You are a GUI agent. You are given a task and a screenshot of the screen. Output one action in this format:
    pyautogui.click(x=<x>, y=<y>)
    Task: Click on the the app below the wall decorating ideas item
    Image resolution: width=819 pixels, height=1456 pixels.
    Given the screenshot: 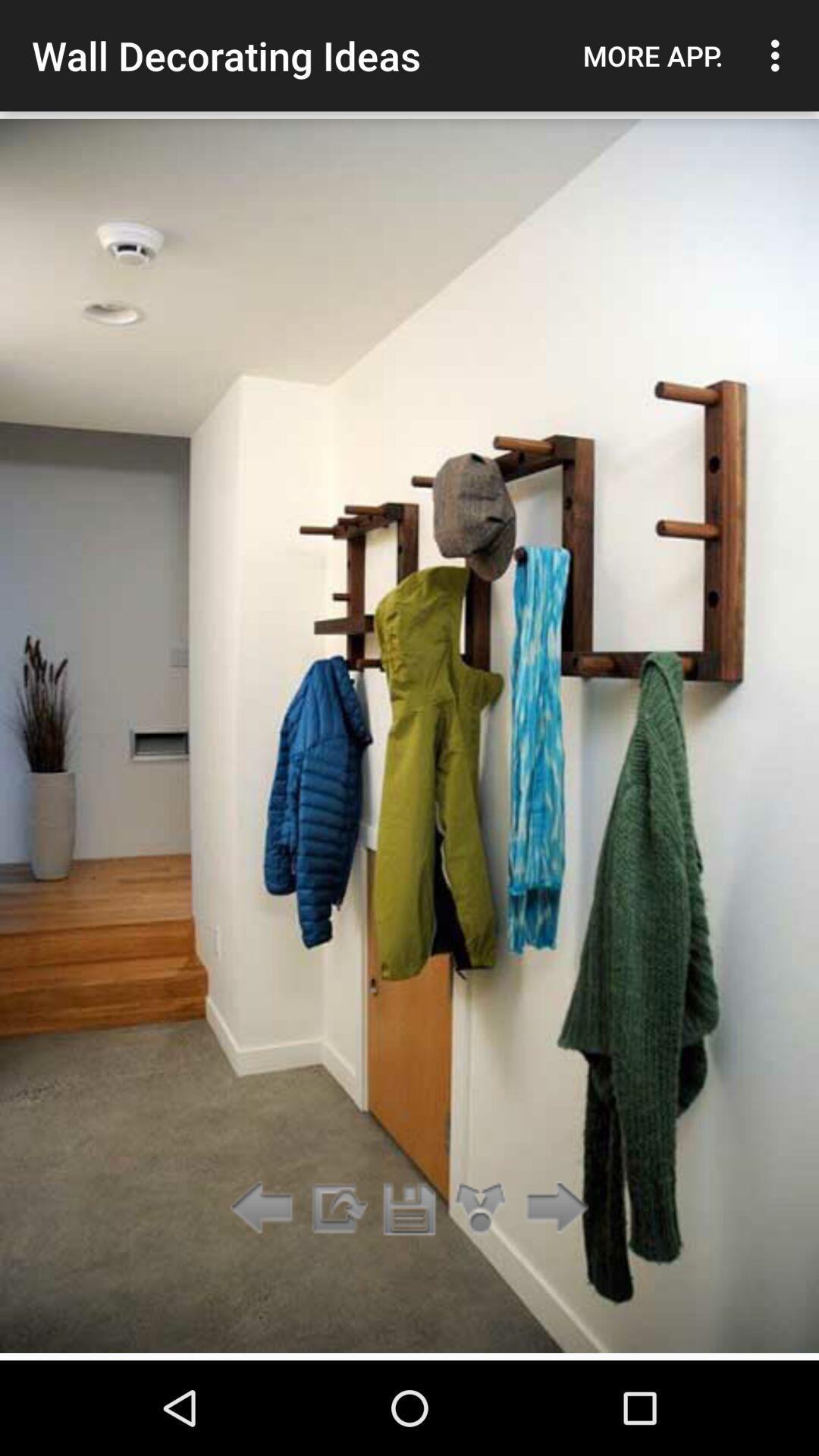 What is the action you would take?
    pyautogui.click(x=409, y=1208)
    